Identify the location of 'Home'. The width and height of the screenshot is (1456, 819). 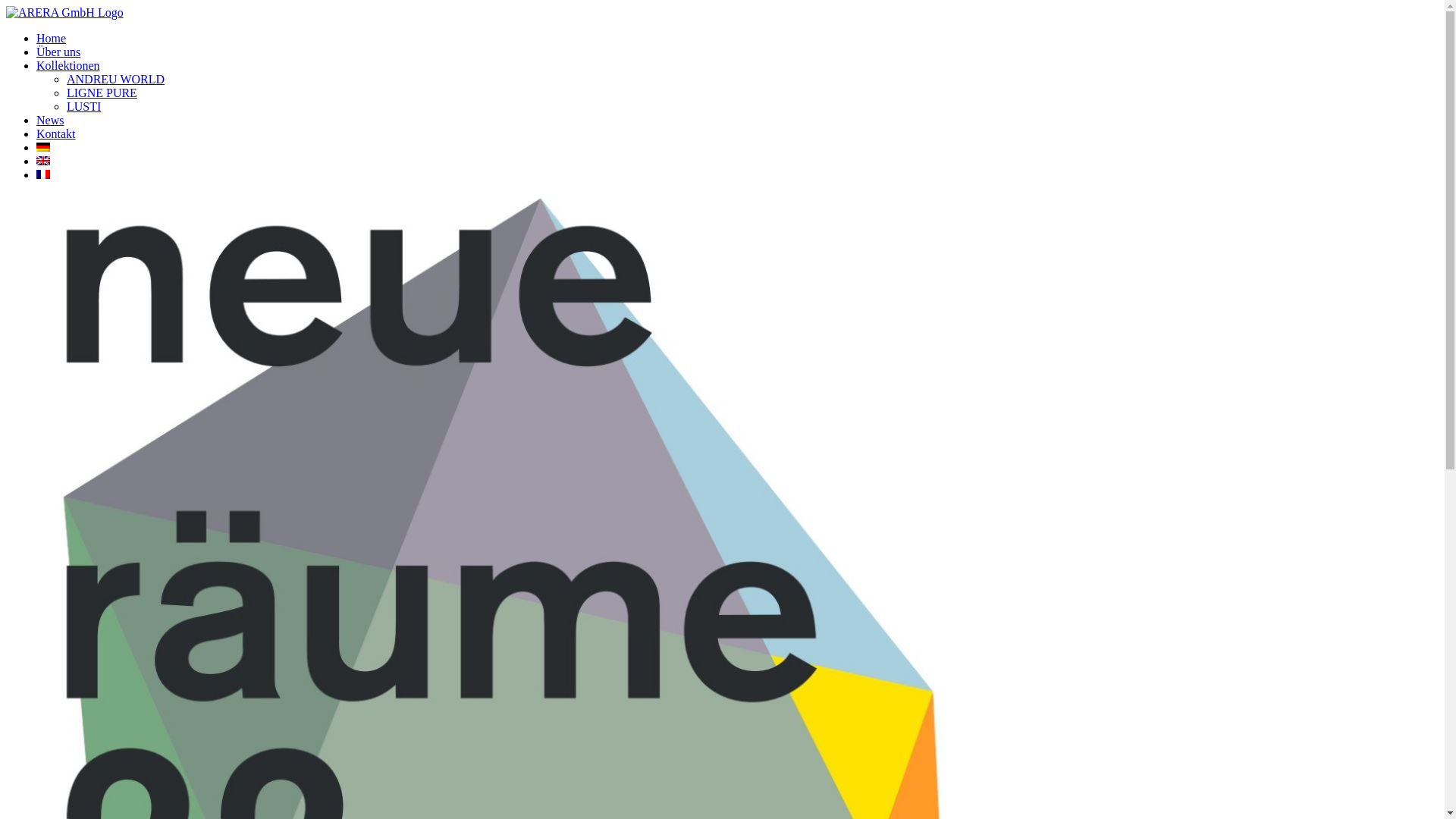
(51, 37).